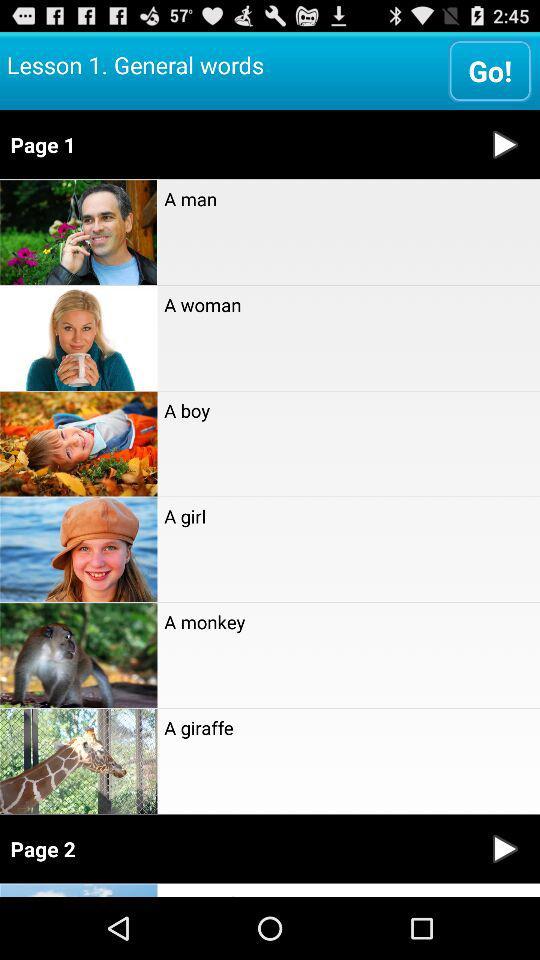  I want to click on a woman, so click(347, 304).